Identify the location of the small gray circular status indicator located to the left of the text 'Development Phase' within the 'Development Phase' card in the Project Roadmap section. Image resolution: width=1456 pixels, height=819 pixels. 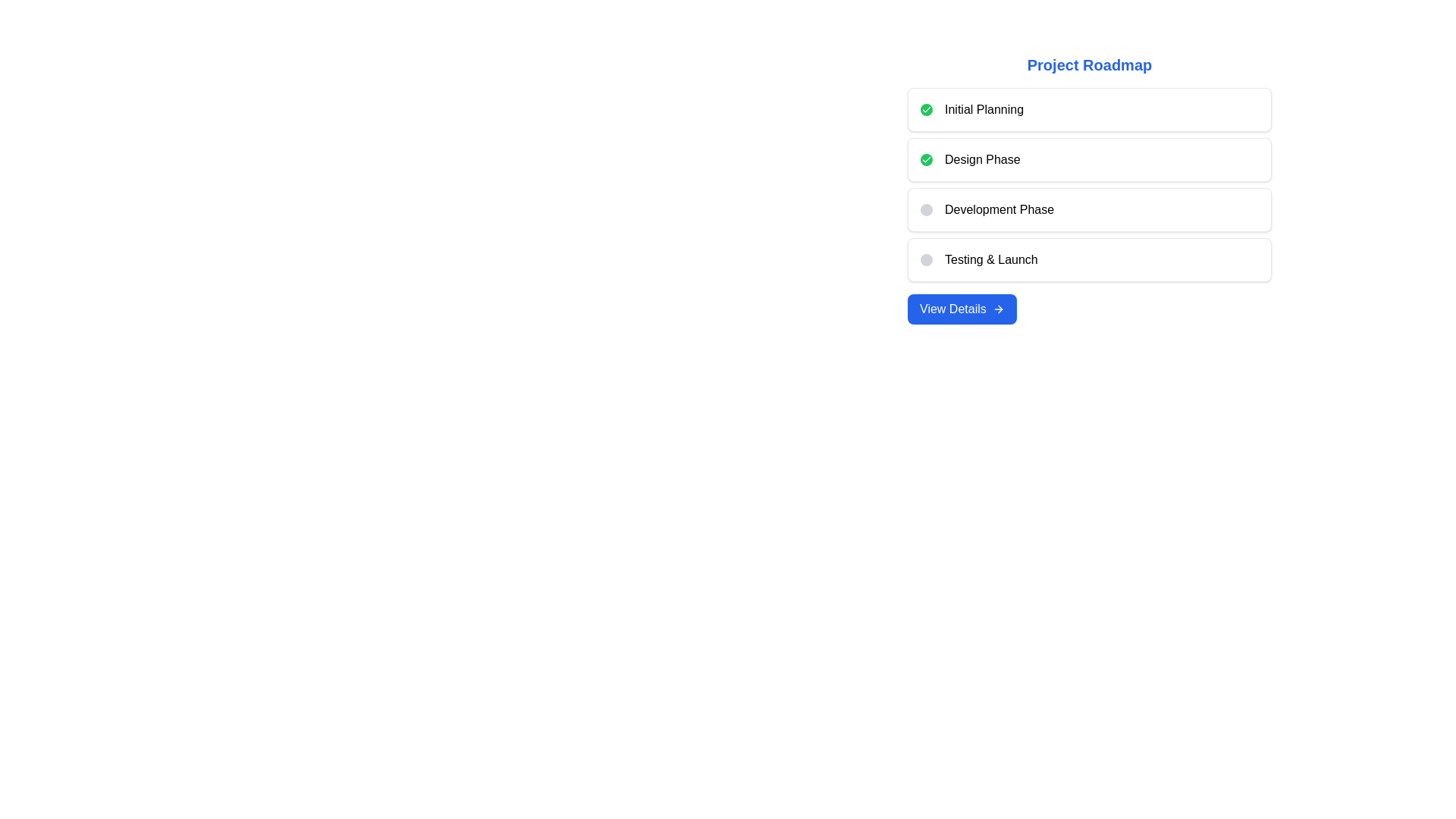
(926, 210).